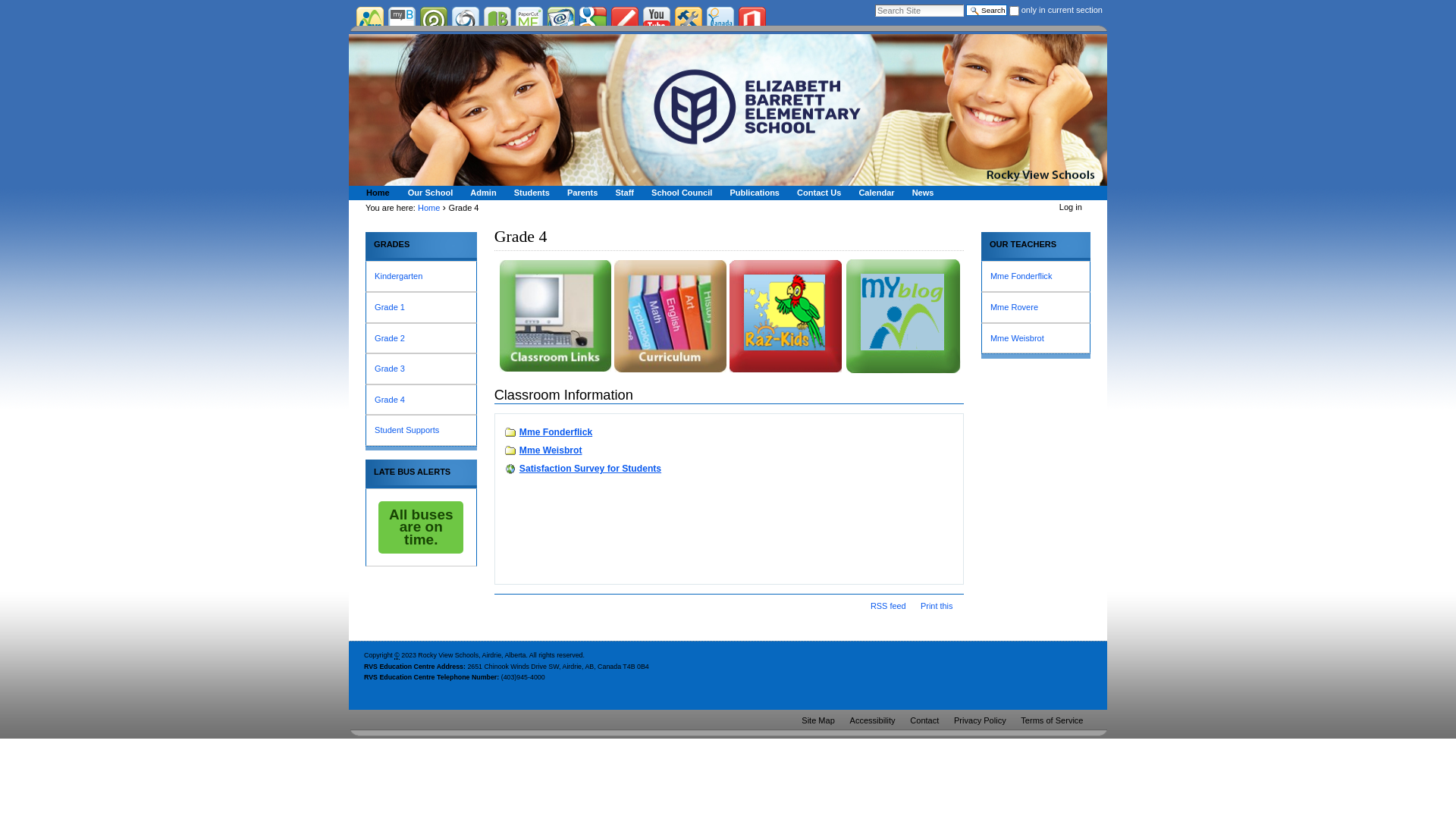 The image size is (1456, 819). I want to click on 'Satisfaction Survey for Students', so click(582, 467).